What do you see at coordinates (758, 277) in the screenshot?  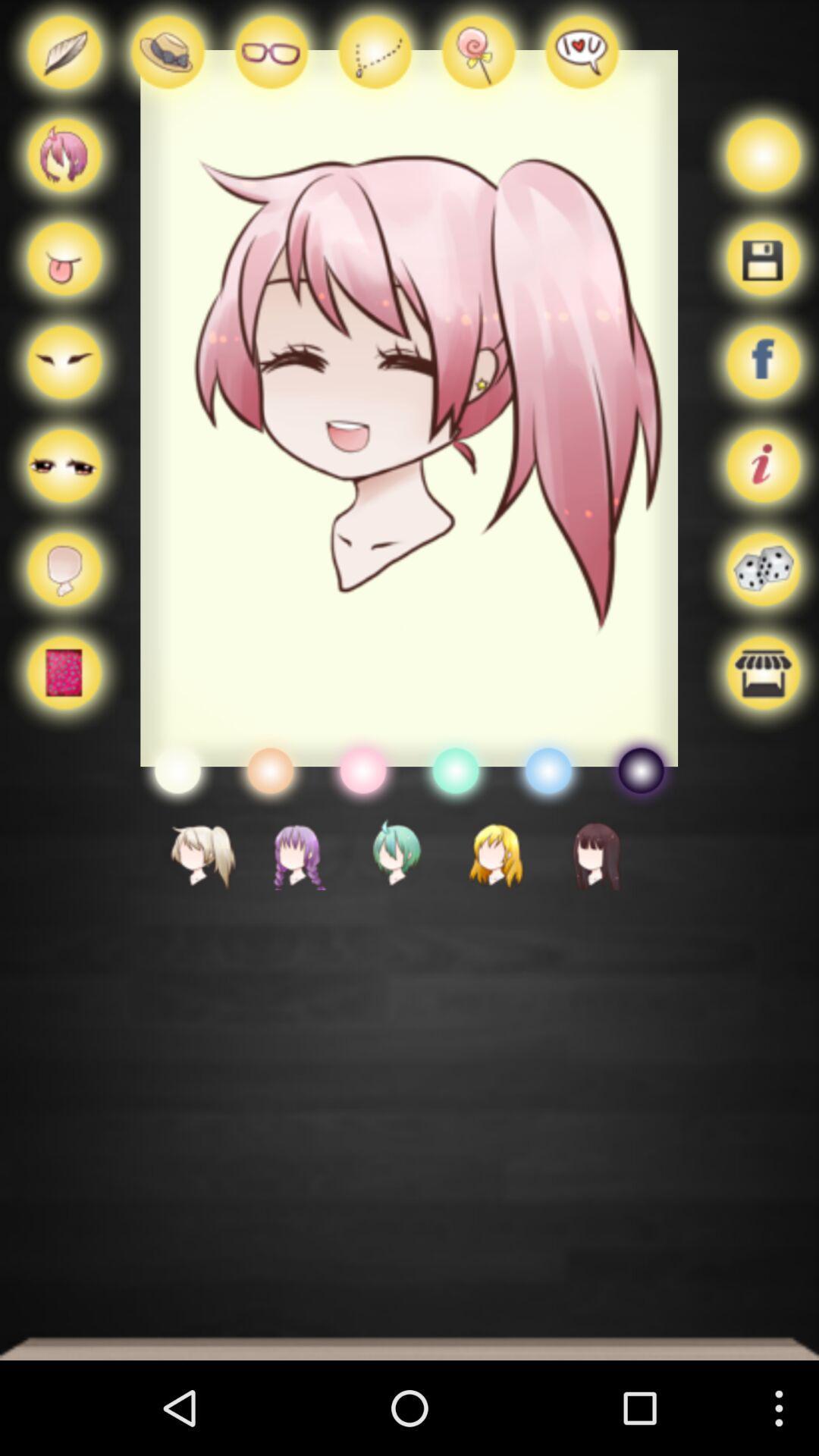 I see `the save icon` at bounding box center [758, 277].